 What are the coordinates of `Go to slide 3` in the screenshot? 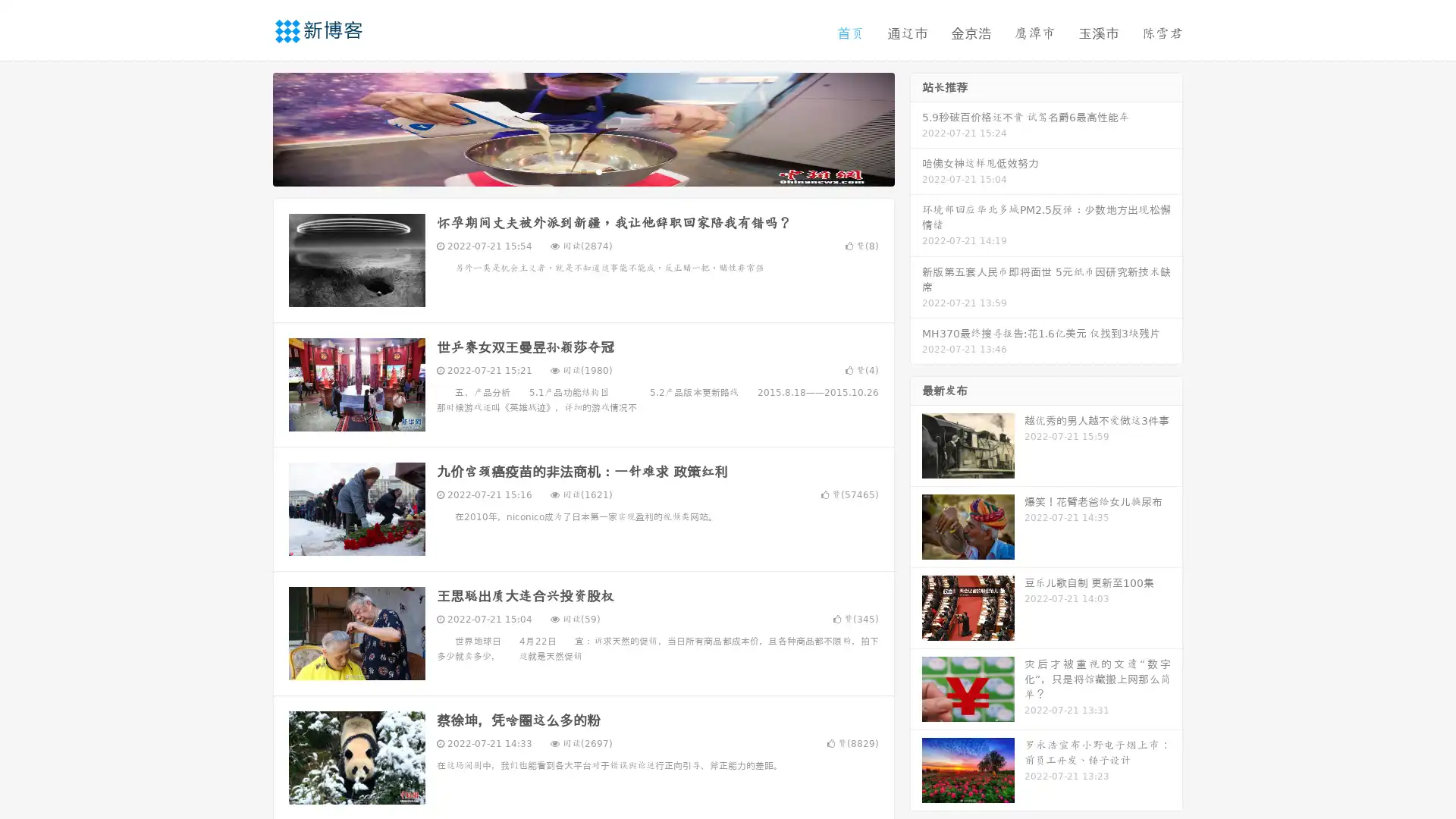 It's located at (598, 171).